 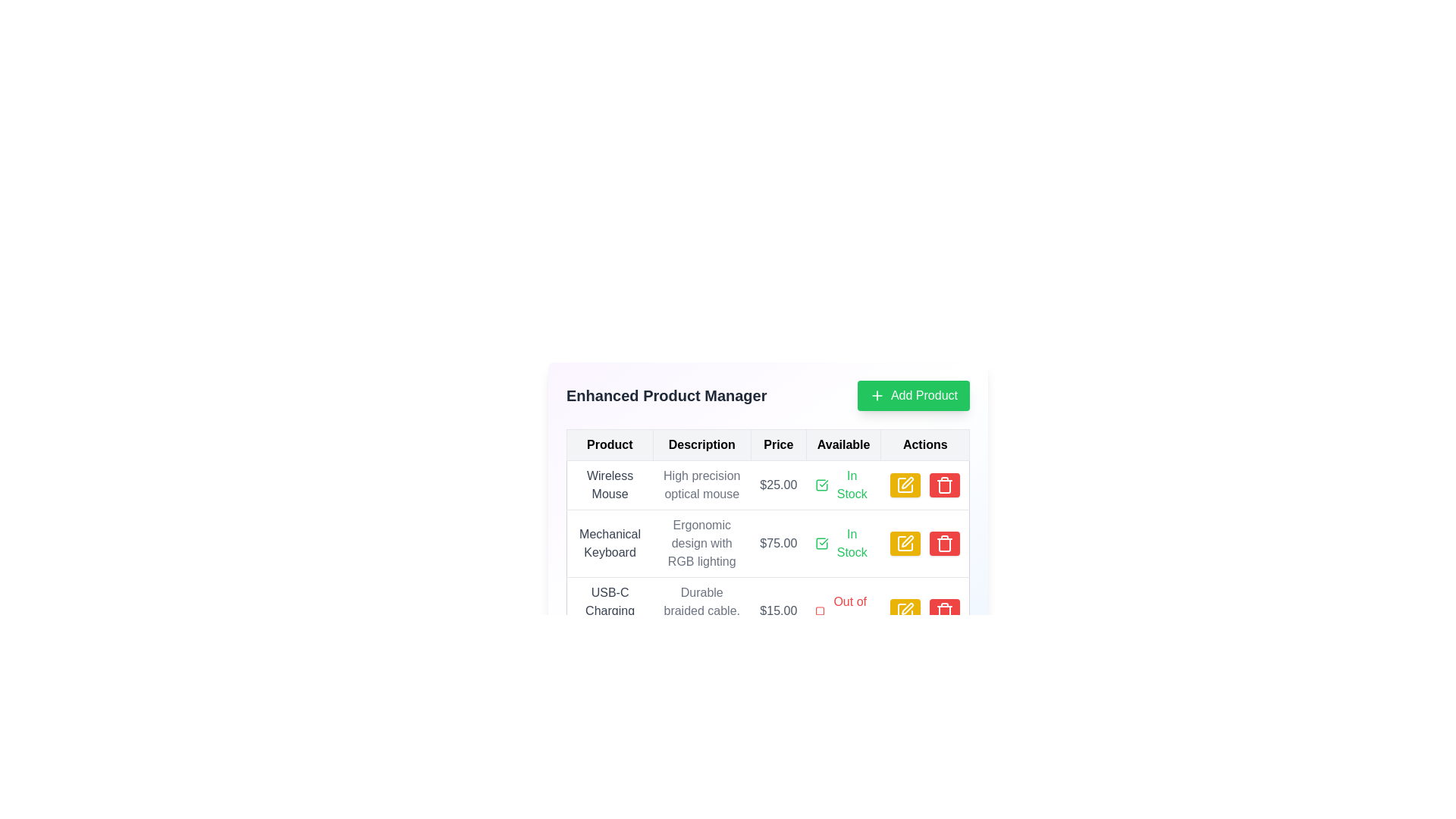 I want to click on the price label displaying '$75.00' in the 'Price' column of the product table, which is located in the second row following the description 'Ergonomic design with RGB lighting', so click(x=778, y=543).